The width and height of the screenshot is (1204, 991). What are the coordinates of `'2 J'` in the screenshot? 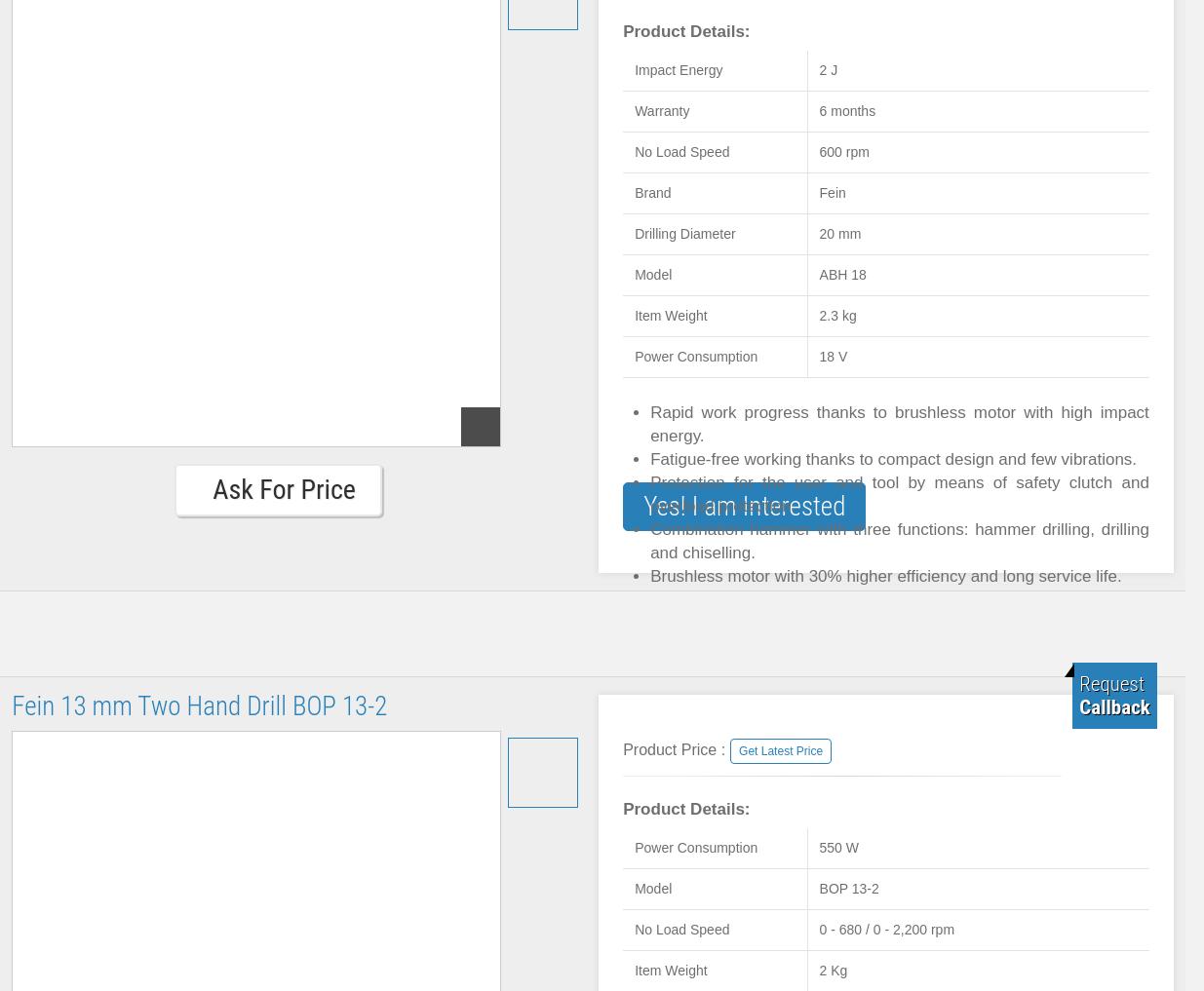 It's located at (827, 70).